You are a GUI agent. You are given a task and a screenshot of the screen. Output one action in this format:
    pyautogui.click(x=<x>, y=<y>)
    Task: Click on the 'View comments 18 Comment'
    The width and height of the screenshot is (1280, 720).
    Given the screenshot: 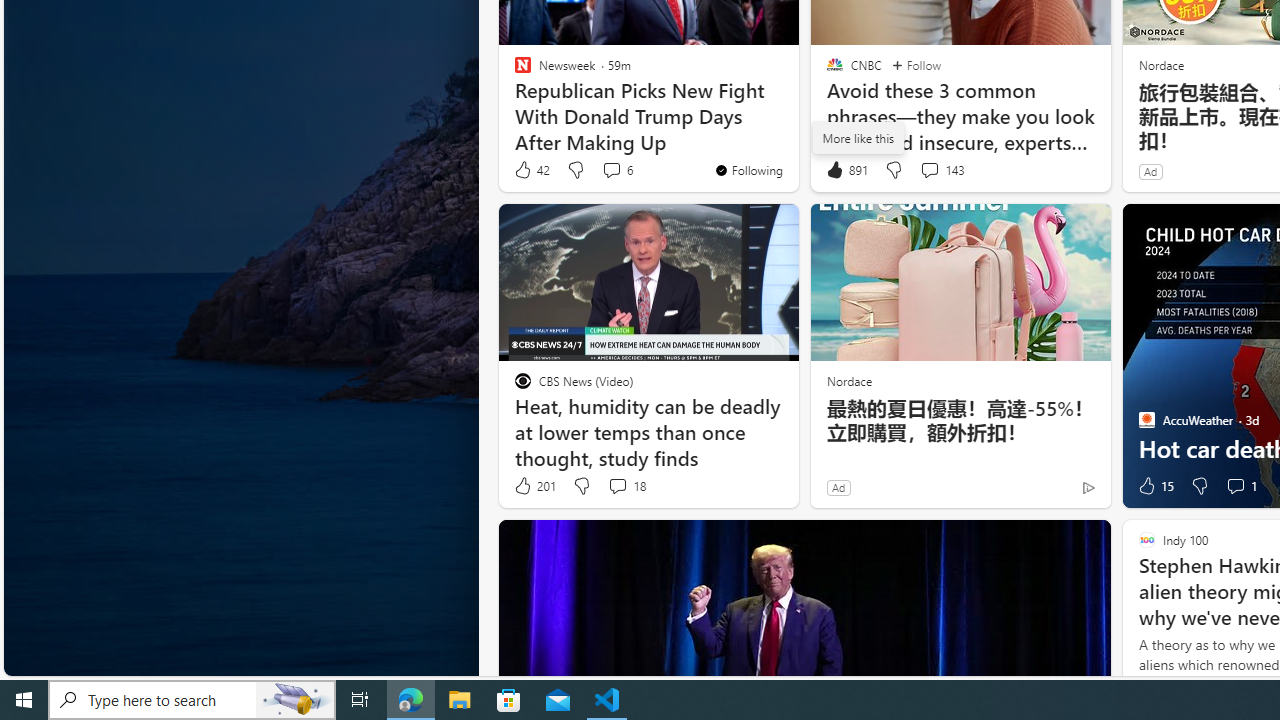 What is the action you would take?
    pyautogui.click(x=625, y=486)
    